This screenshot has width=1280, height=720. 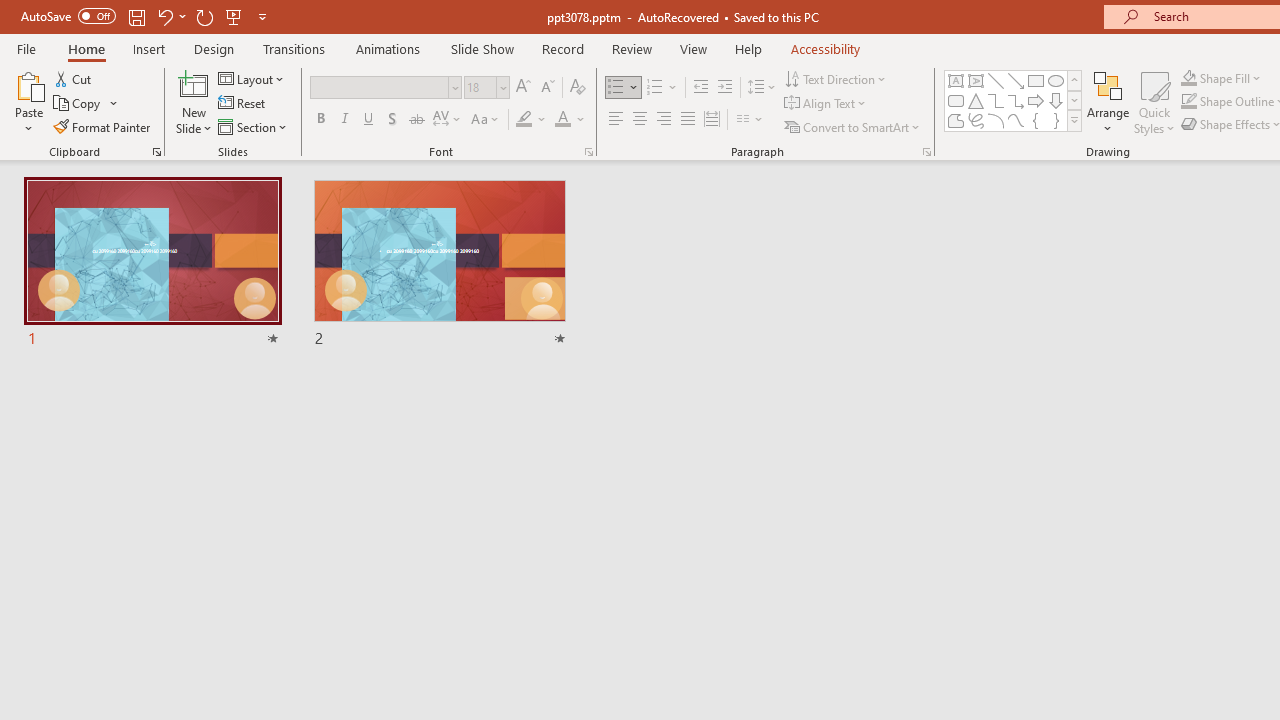 I want to click on 'Quick Styles', so click(x=1154, y=103).